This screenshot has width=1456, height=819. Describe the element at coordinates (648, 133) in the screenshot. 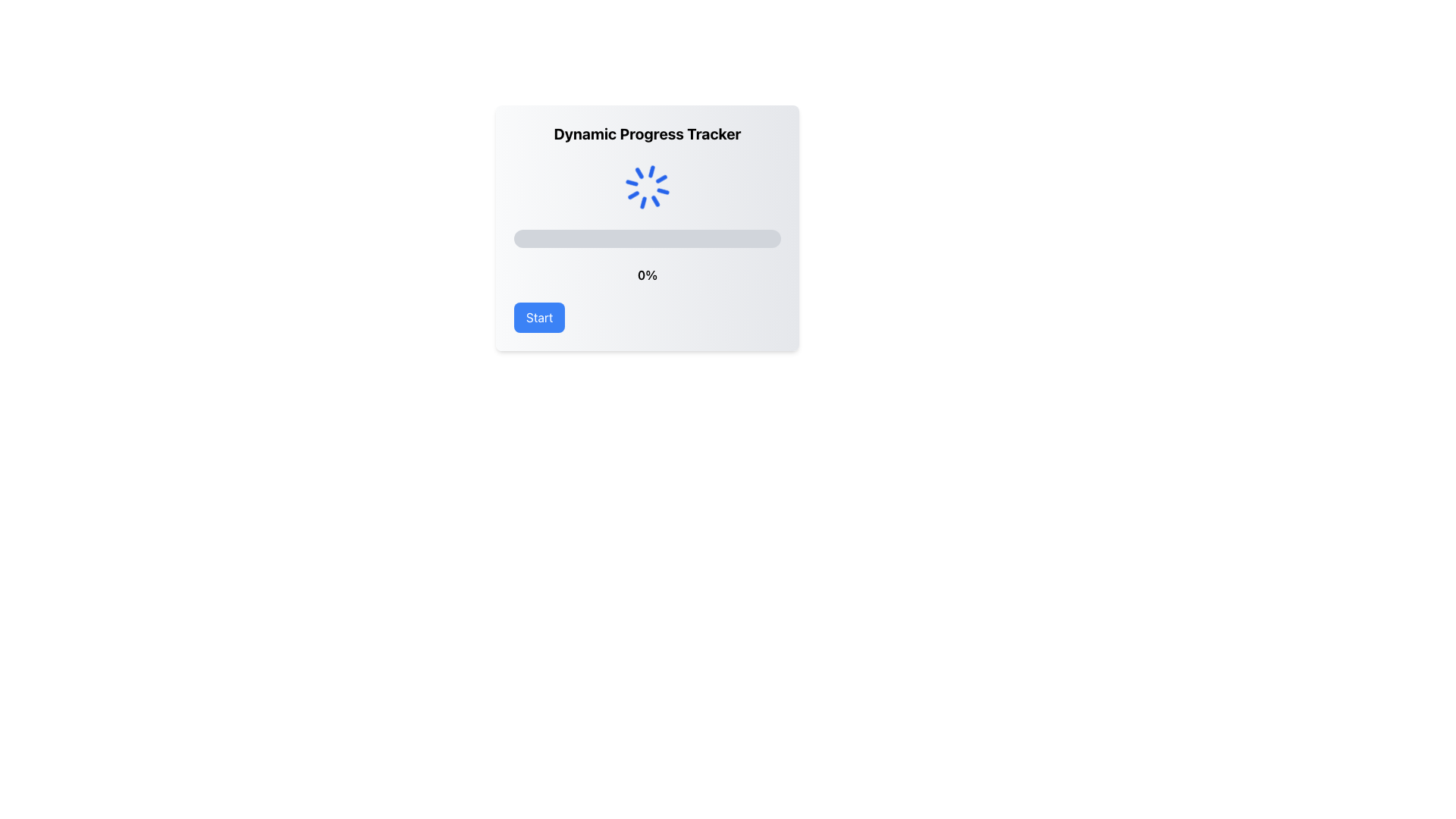

I see `the descriptive title text label located at the top of its card-like module, which features a gradient background and rounded corners, positioned above a spinning loader icon` at that location.